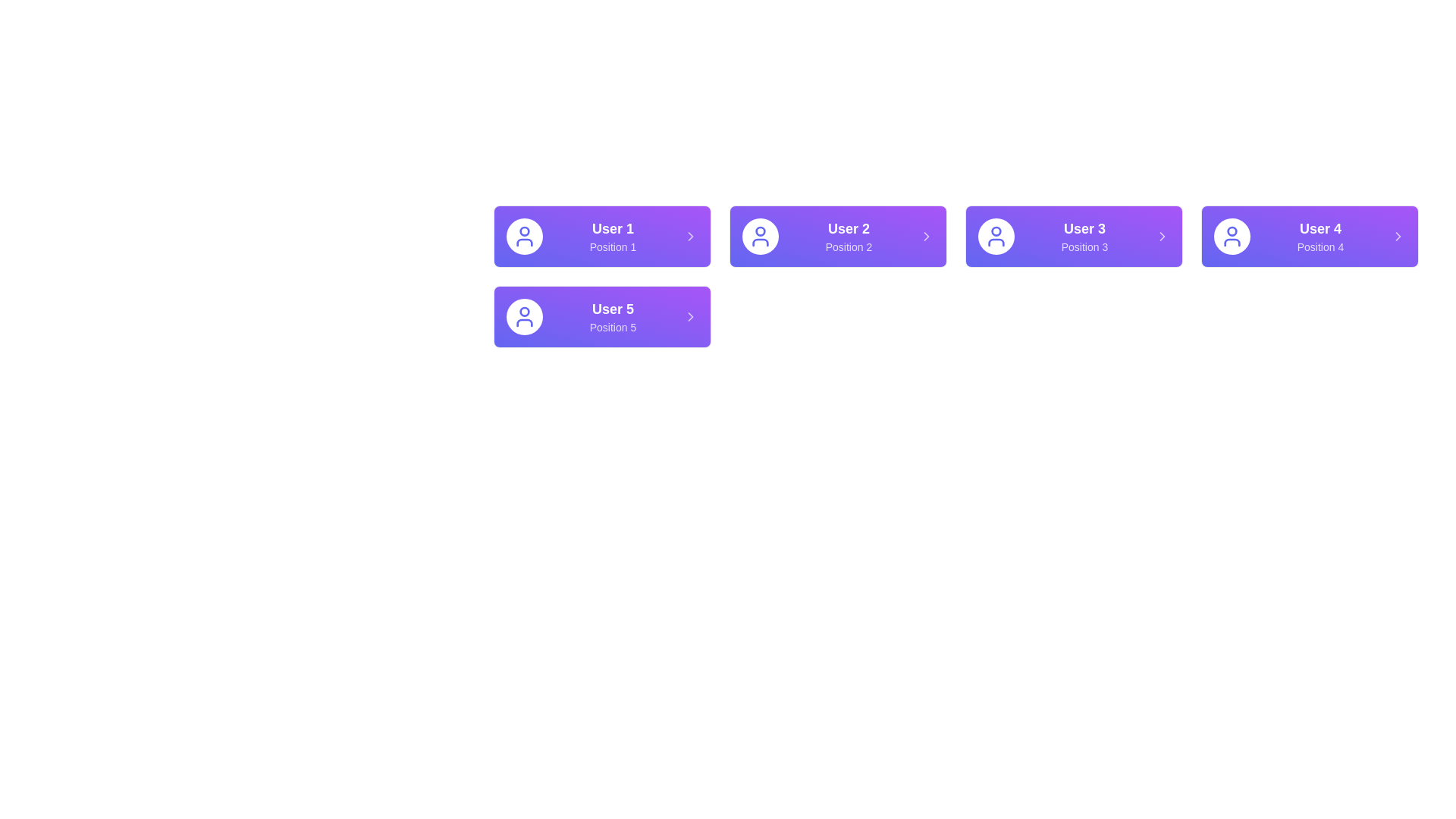 This screenshot has width=1456, height=819. Describe the element at coordinates (761, 231) in the screenshot. I see `the innermost circle of the user icon in the 'User 2, Position 2' box, which represents an individual or user` at that location.